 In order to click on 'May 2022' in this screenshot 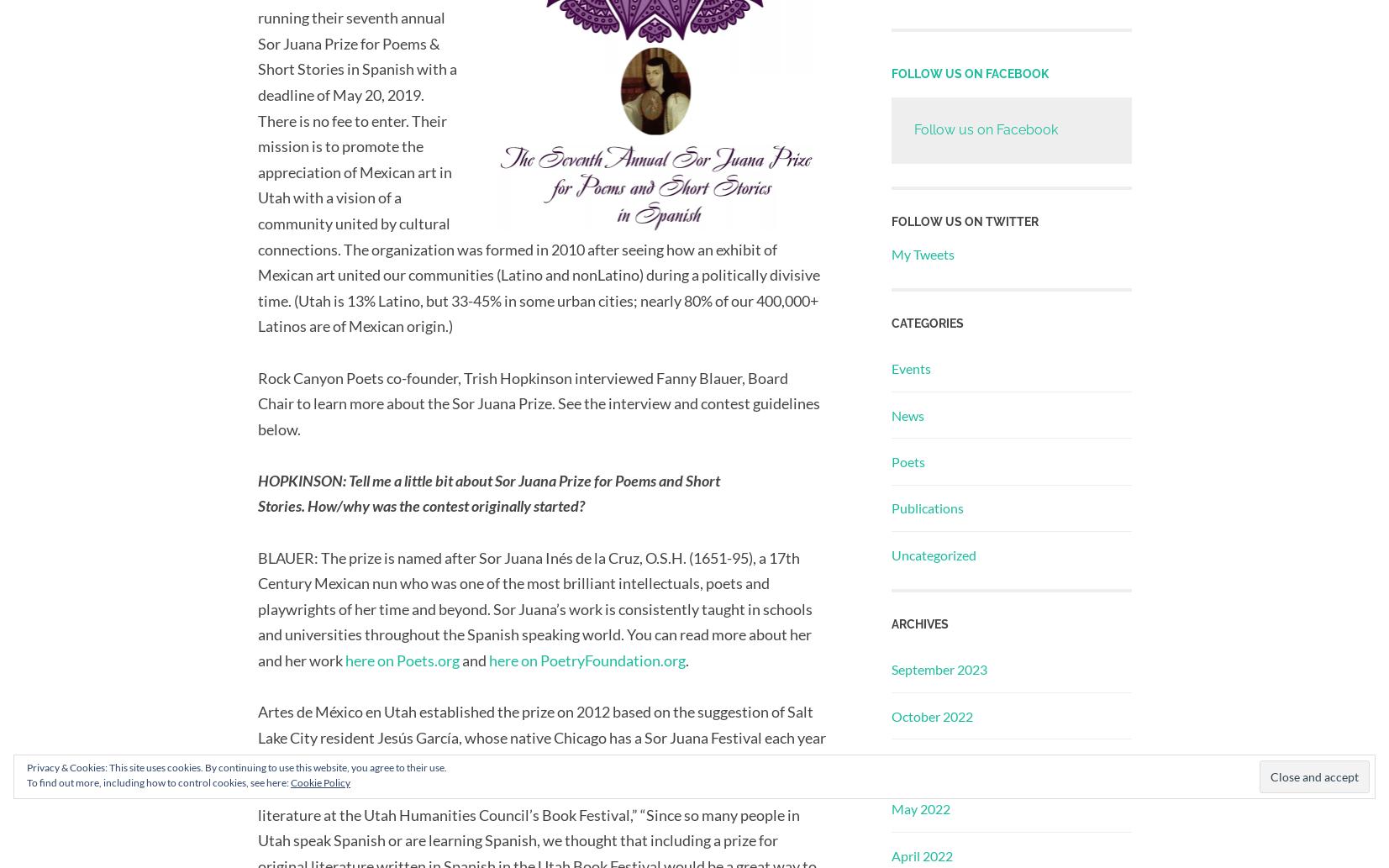, I will do `click(919, 808)`.